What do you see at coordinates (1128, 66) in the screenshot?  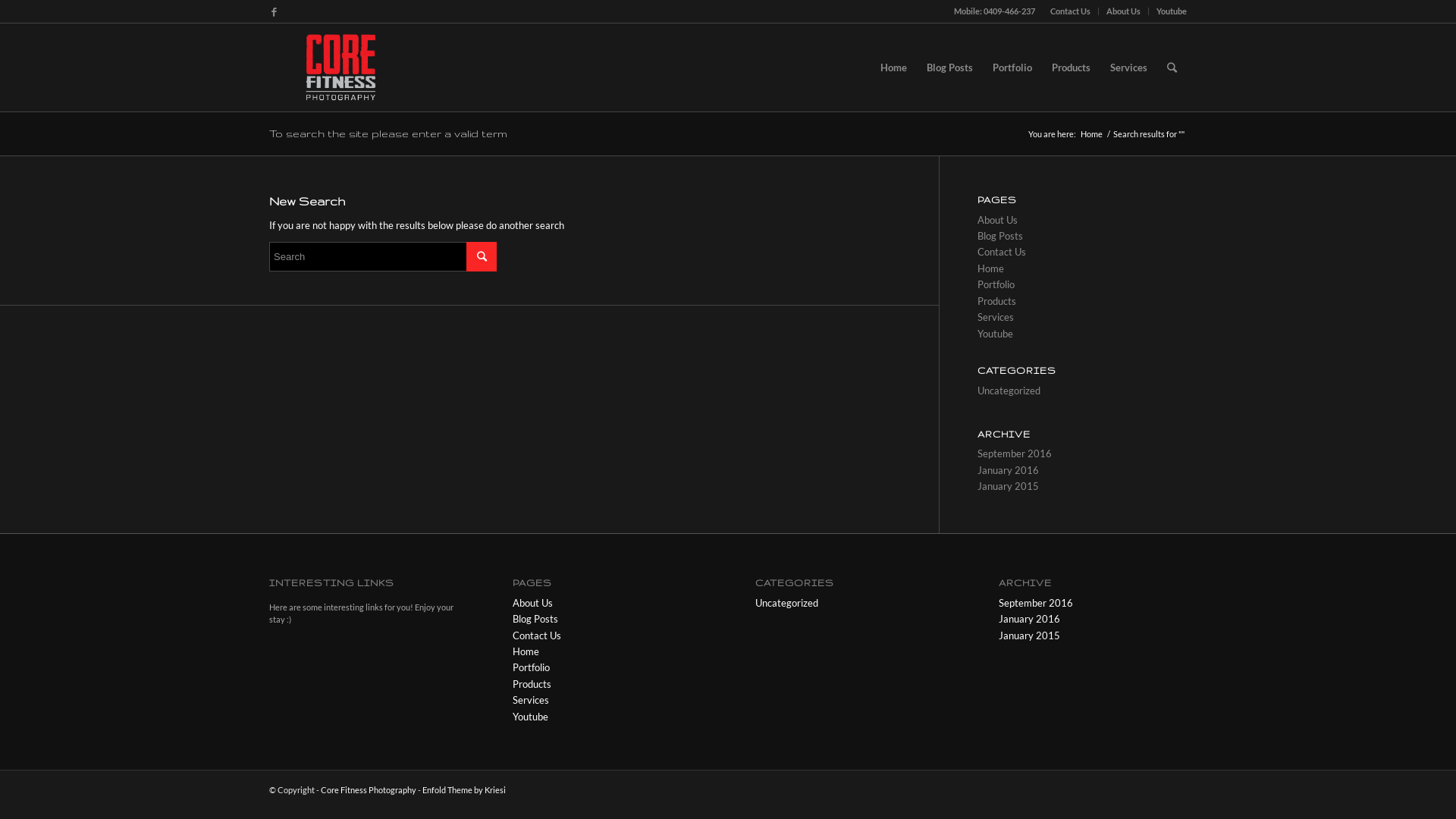 I see `'Services'` at bounding box center [1128, 66].